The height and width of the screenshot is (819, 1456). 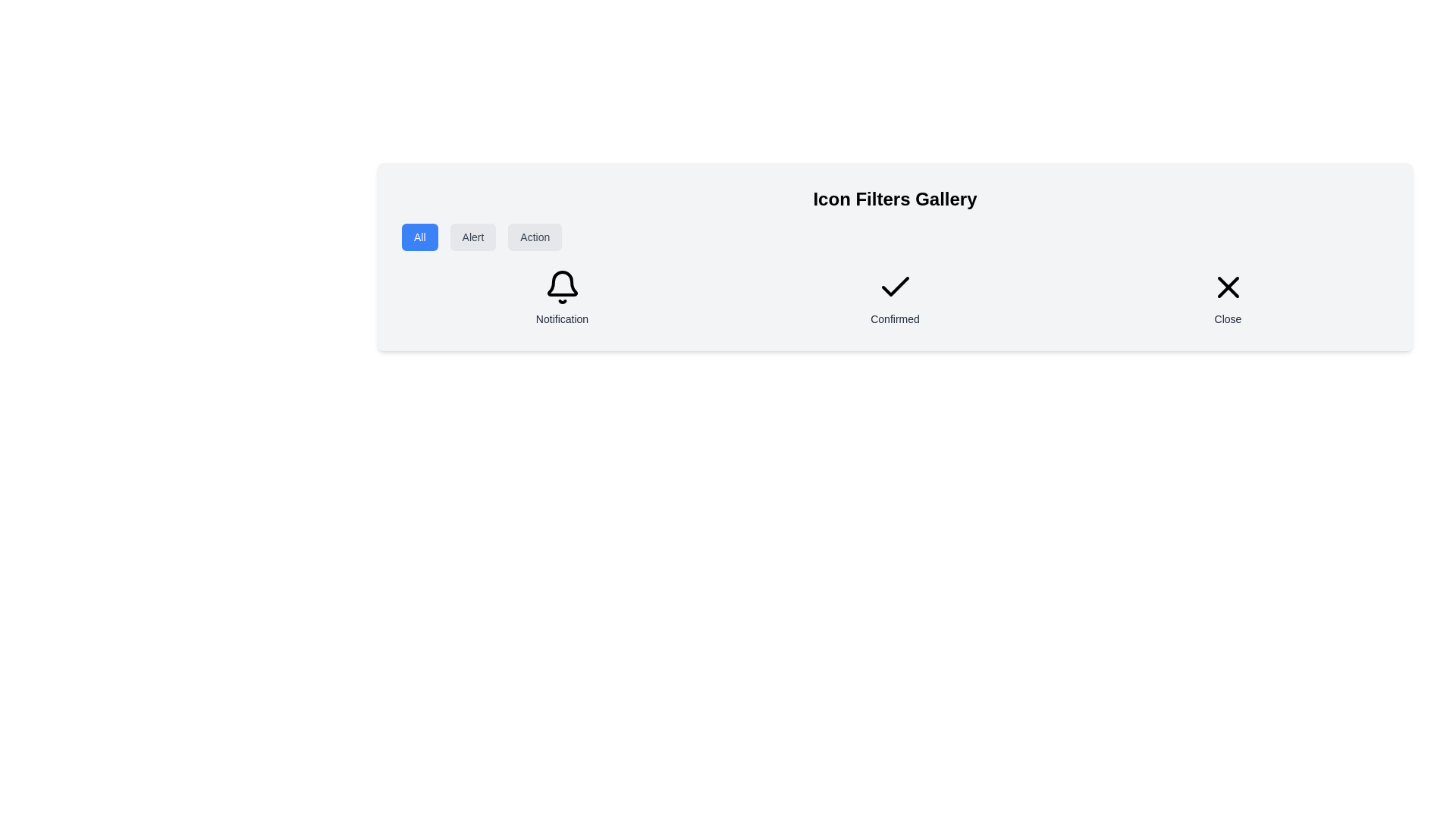 I want to click on the 'Action' button, which is the rightmost button in a horizontal group of three buttons with a light gray background and dark gray text, so click(x=535, y=237).